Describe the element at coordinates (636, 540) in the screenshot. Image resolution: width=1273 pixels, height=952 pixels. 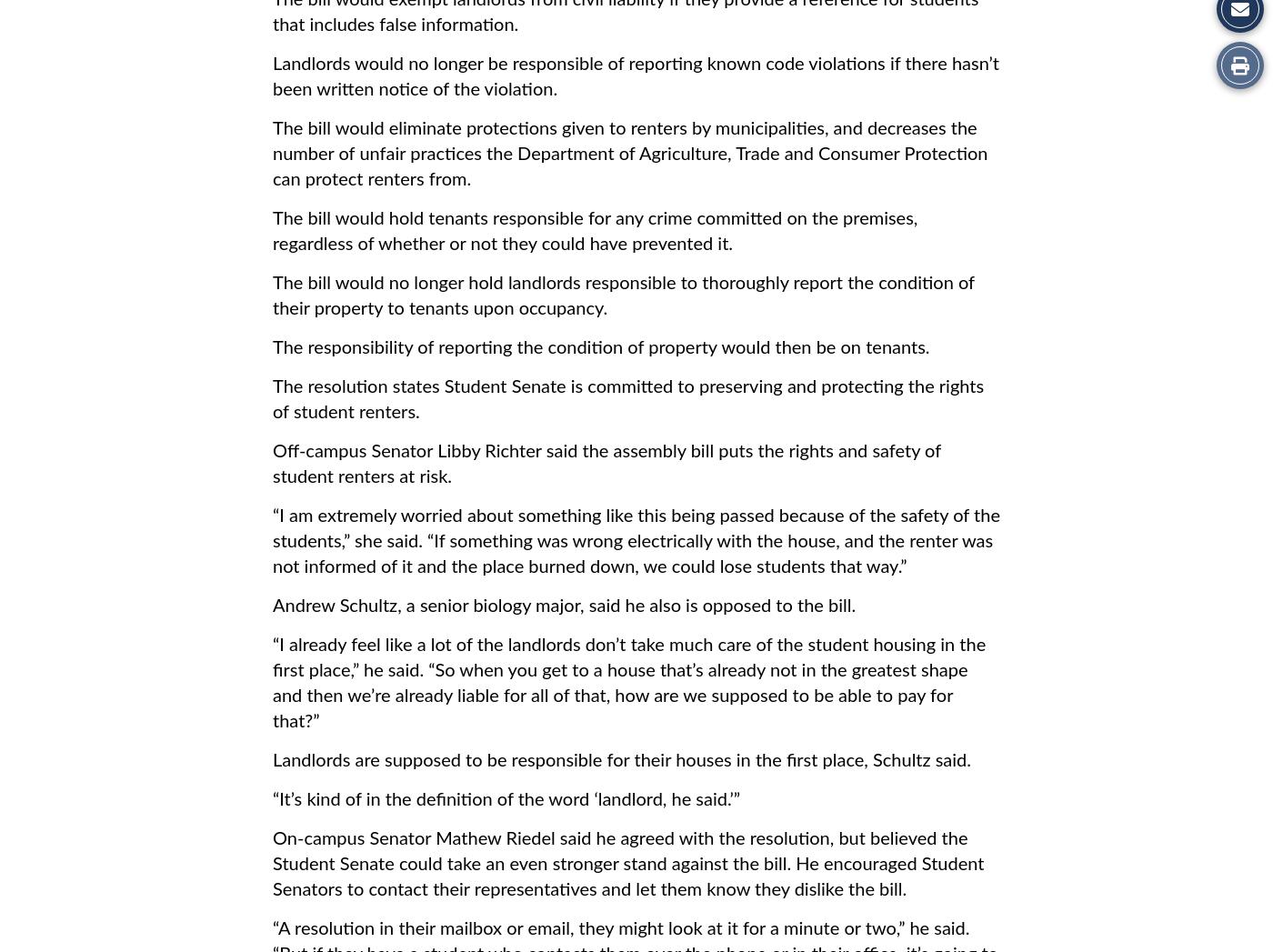
I see `'“I am extremely worried about something like this being passed because of the safety of the students,” she said. “If something was wrong electrically with the house, and the renter was not informed of it and the place burned down, we could lose students that way.”'` at that location.